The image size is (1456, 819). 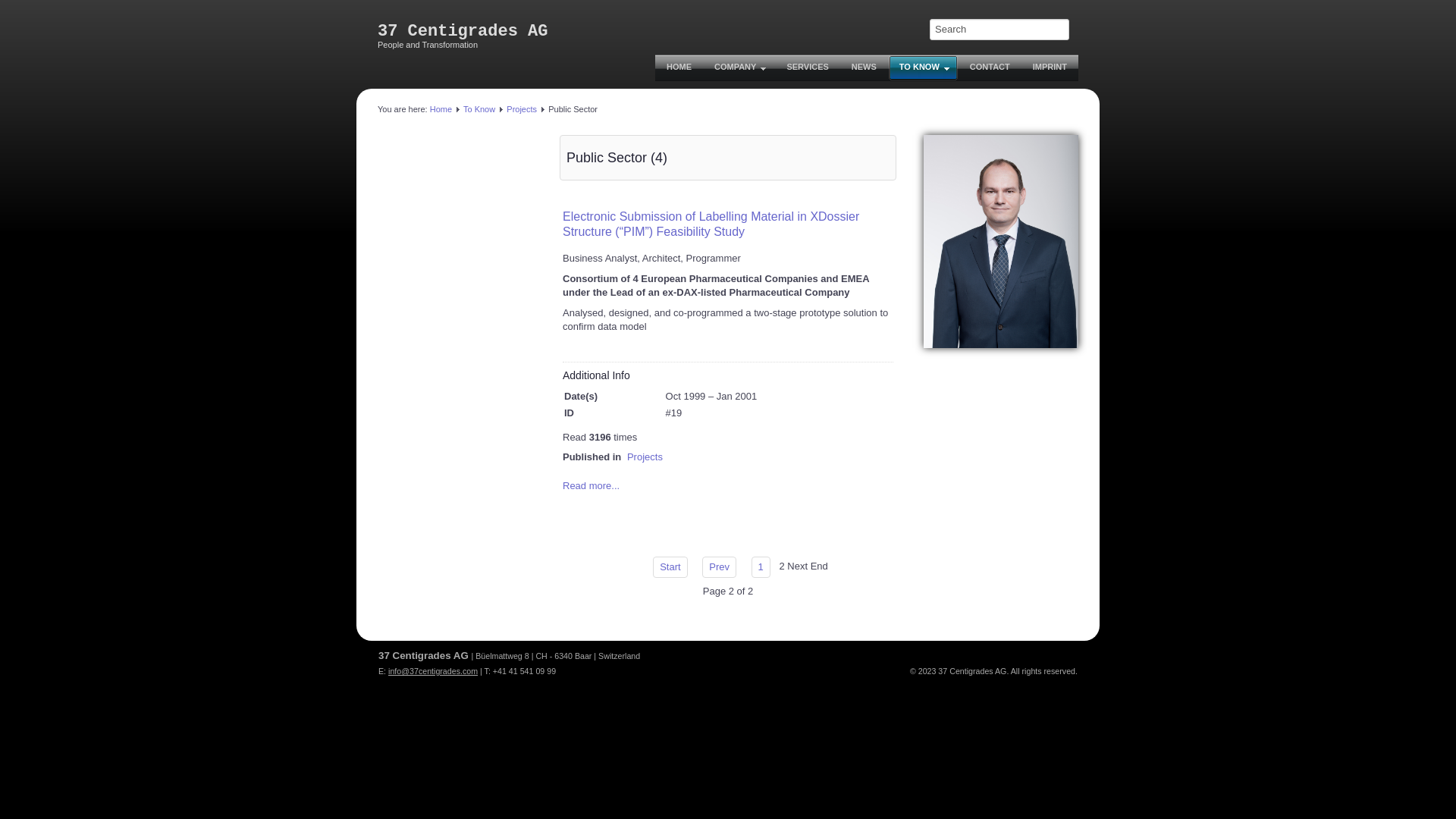 What do you see at coordinates (462, 108) in the screenshot?
I see `'To Know'` at bounding box center [462, 108].